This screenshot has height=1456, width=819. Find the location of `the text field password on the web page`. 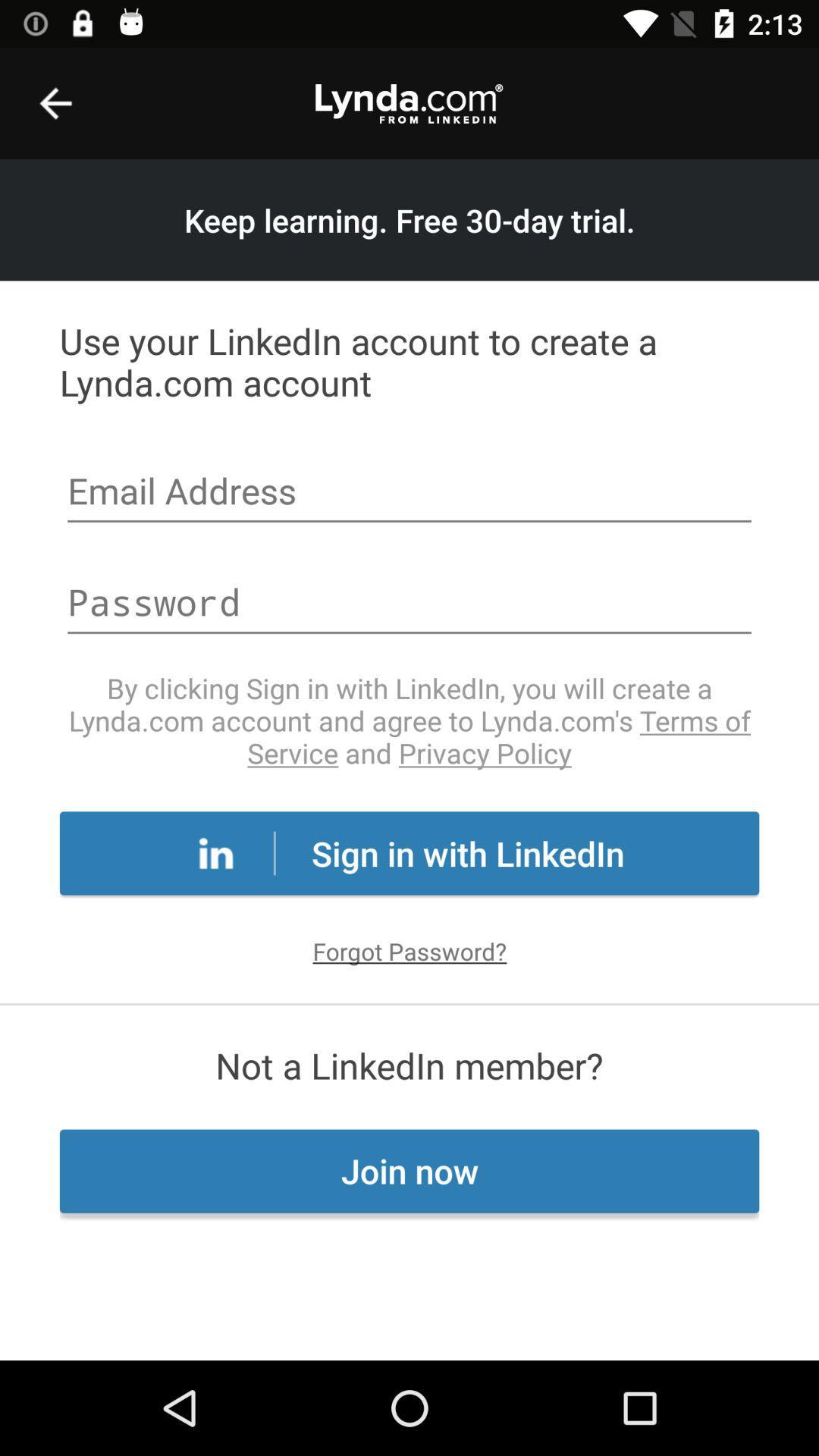

the text field password on the web page is located at coordinates (409, 604).